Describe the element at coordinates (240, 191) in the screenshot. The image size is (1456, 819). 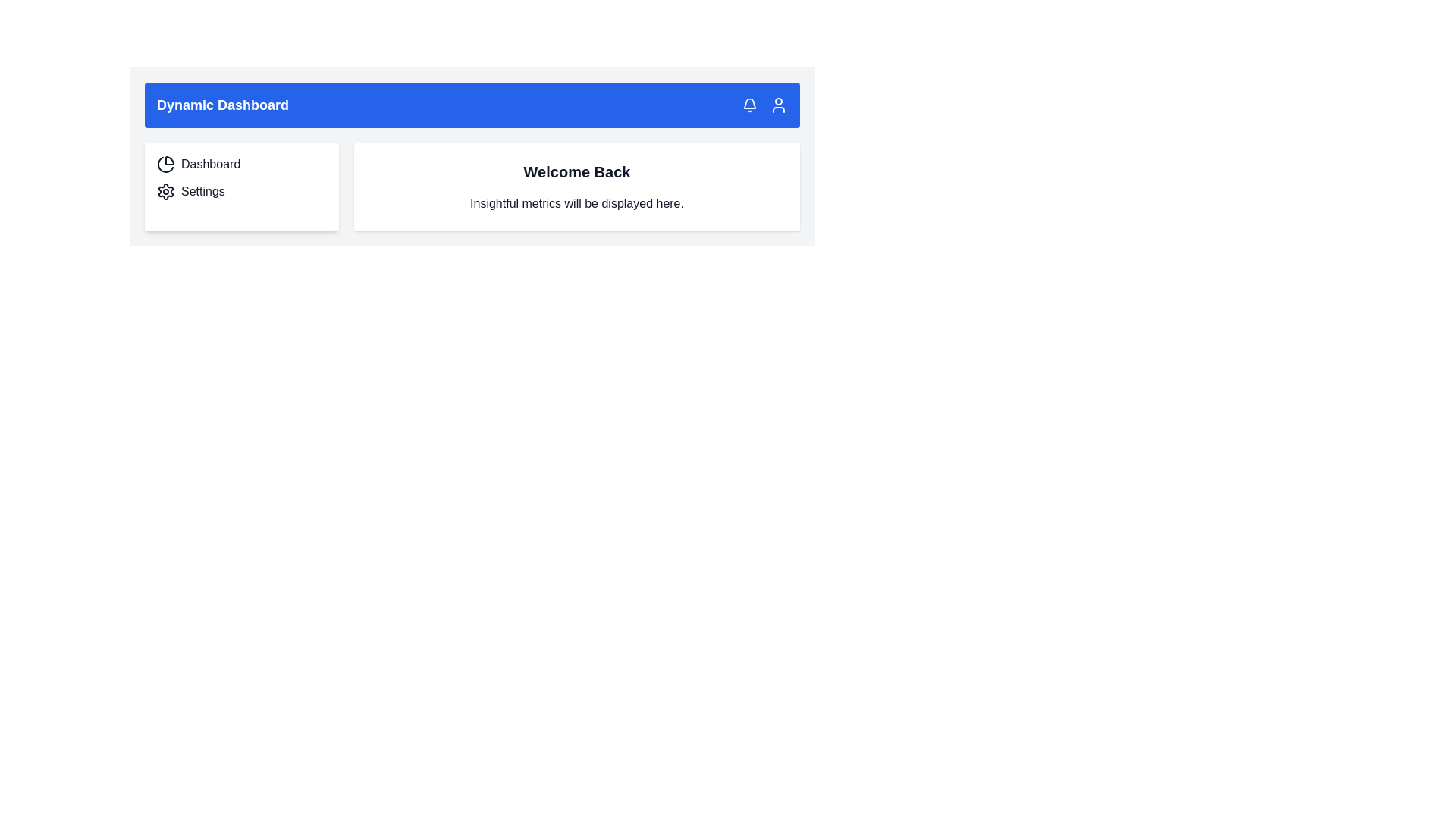
I see `the settings button located beneath the 'Dashboard' item in the vertical list of options on the left-hand side of the interface` at that location.